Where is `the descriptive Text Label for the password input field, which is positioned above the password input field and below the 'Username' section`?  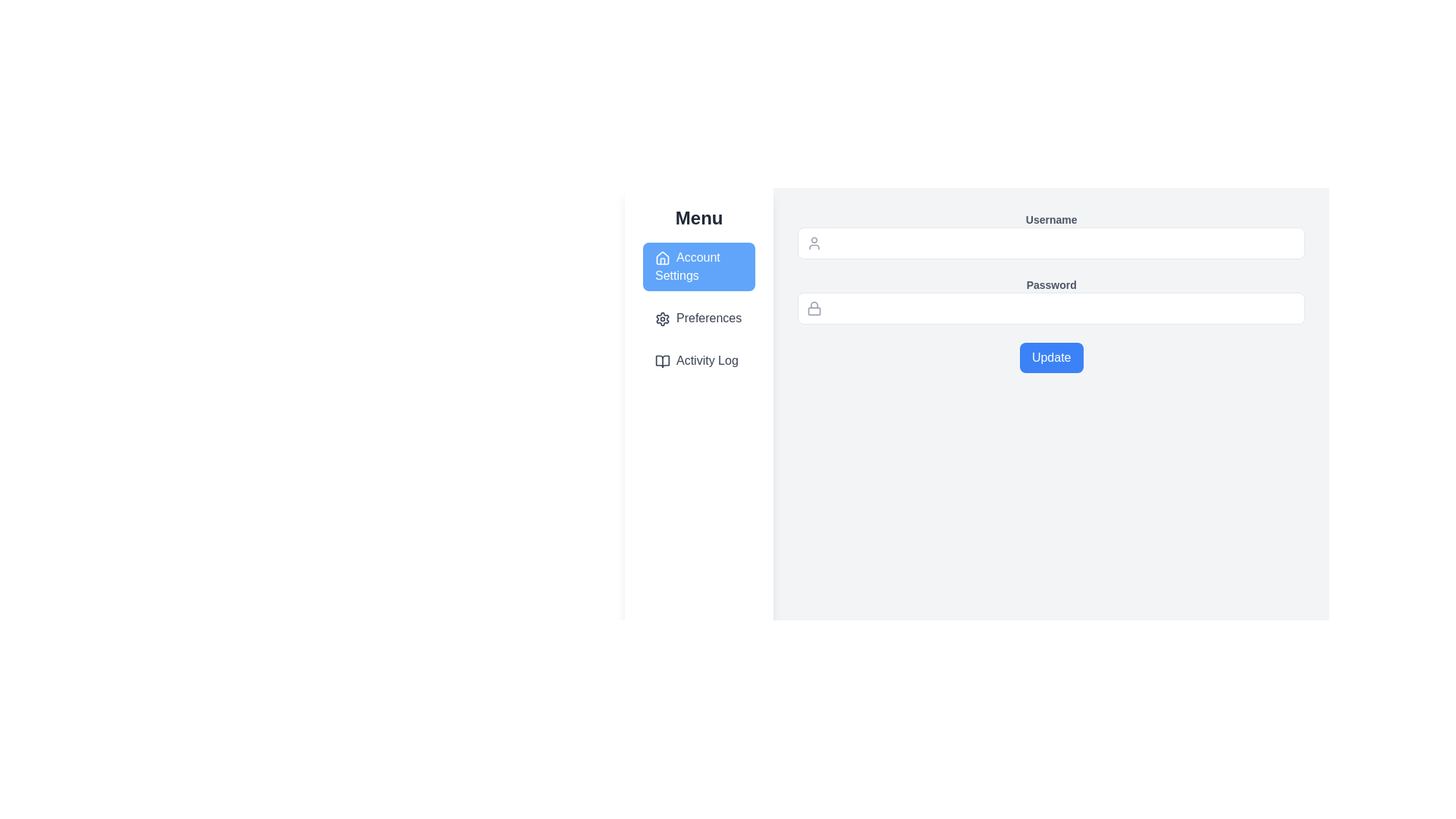
the descriptive Text Label for the password input field, which is positioned above the password input field and below the 'Username' section is located at coordinates (1050, 284).